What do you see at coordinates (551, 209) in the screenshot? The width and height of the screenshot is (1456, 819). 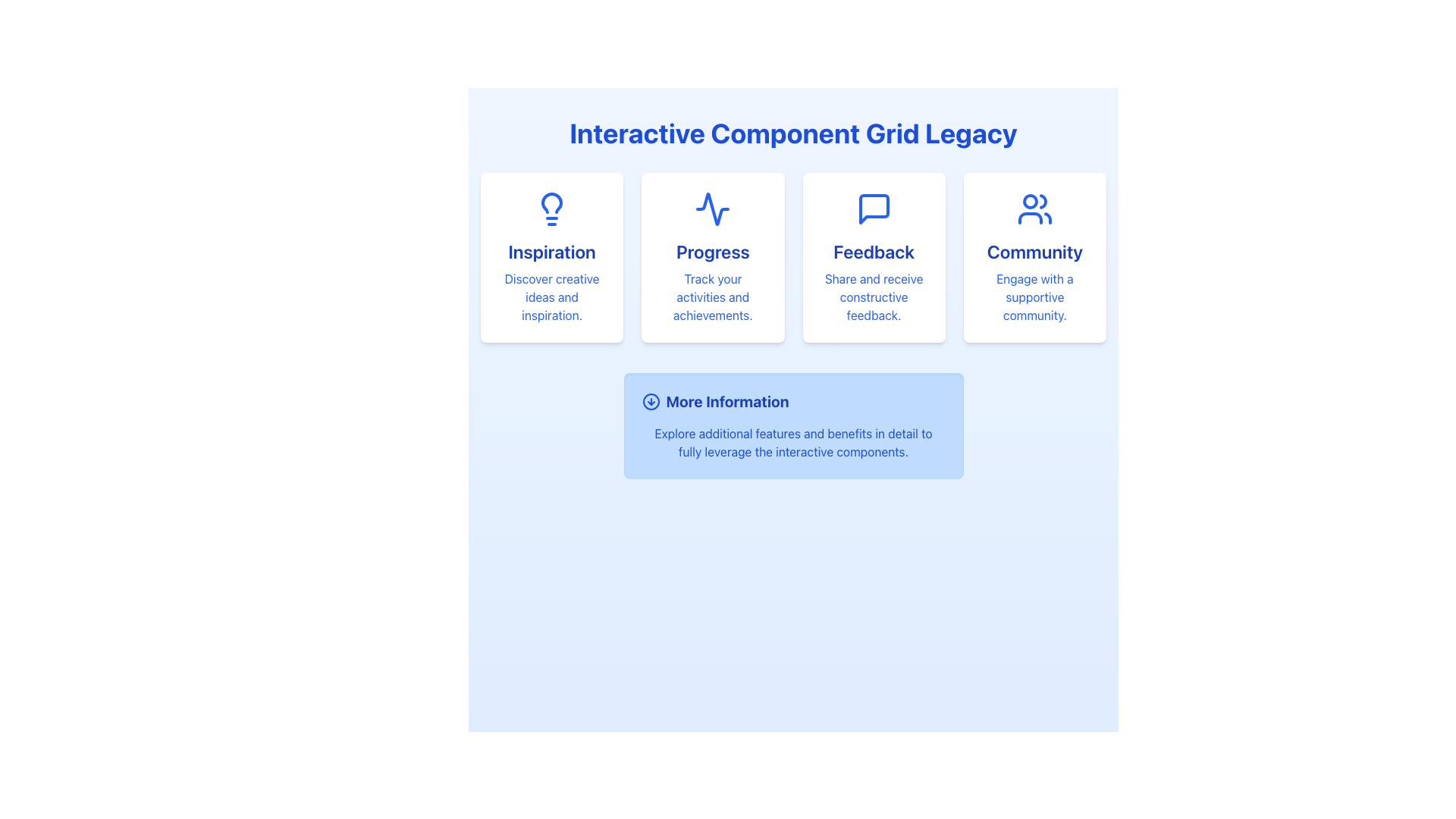 I see `the 'Inspiration' icon located at the center of the card, which enhances the card's theme but does not perform any interactive functions` at bounding box center [551, 209].